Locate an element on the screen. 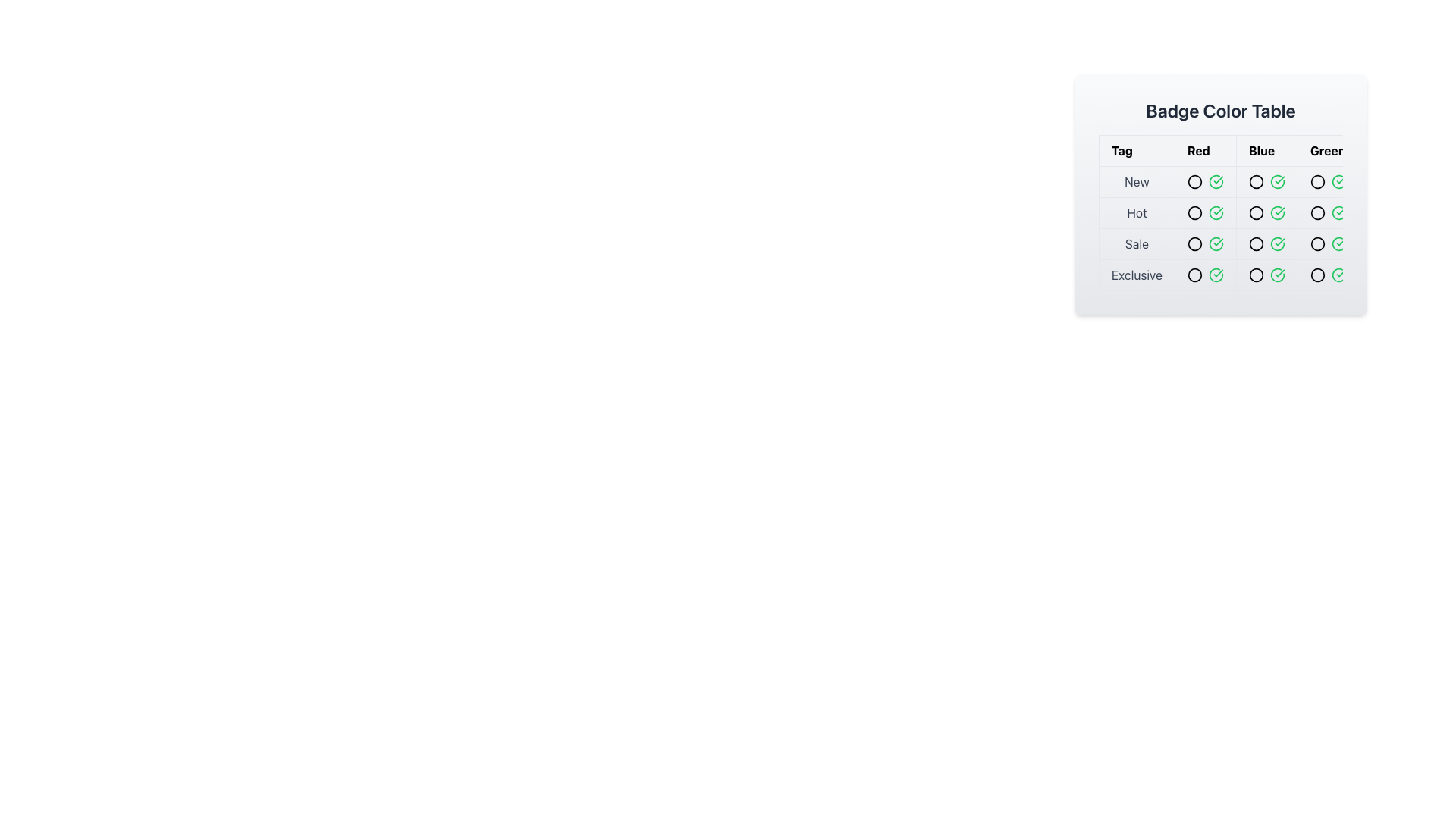 The width and height of the screenshot is (1456, 819). the Icon Pair in the 'New' row under the 'Blue' category is located at coordinates (1266, 180).